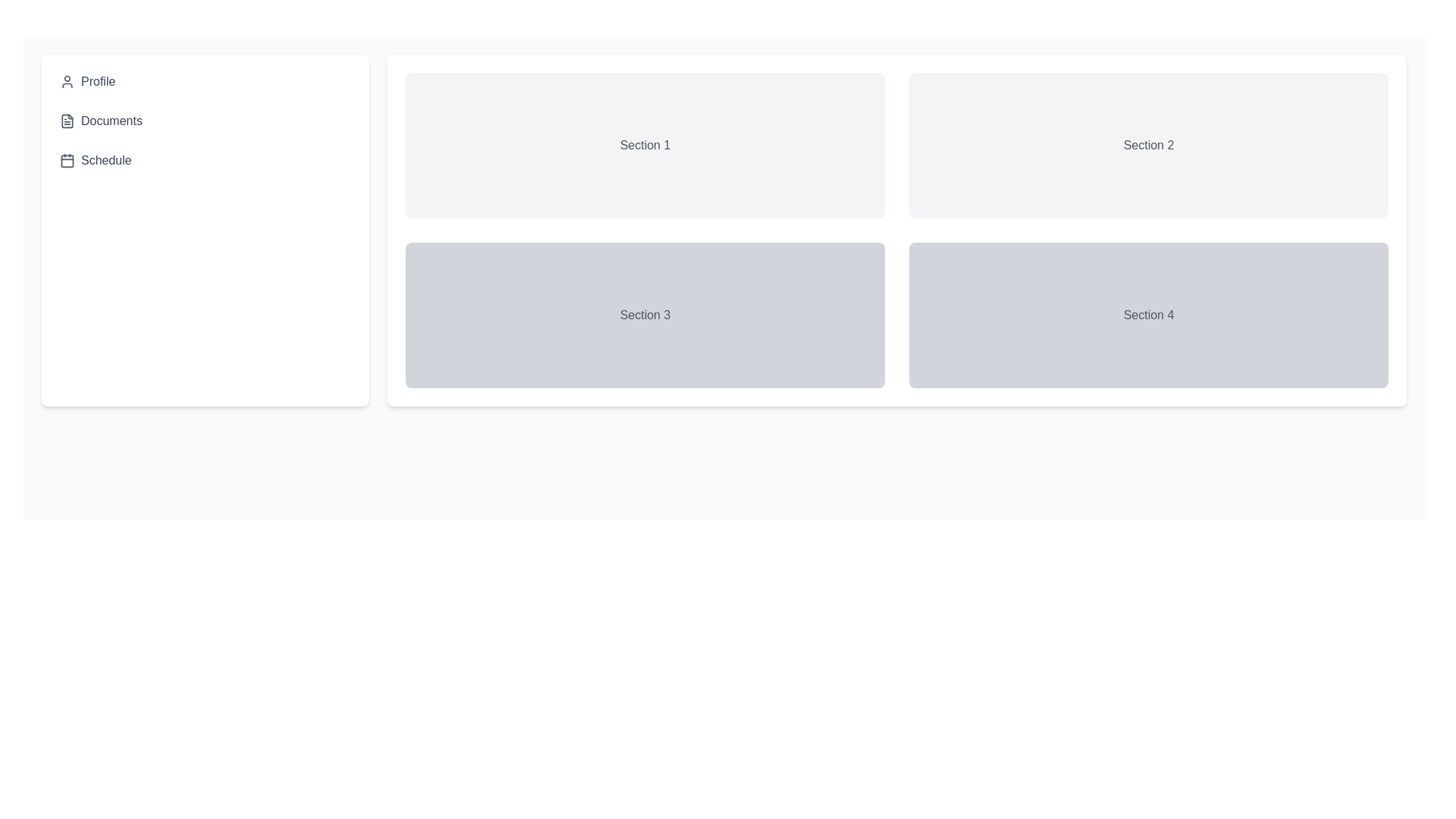 This screenshot has width=1456, height=819. What do you see at coordinates (67, 161) in the screenshot?
I see `the 'Schedule' icon located in the third row of the left-hand menu` at bounding box center [67, 161].